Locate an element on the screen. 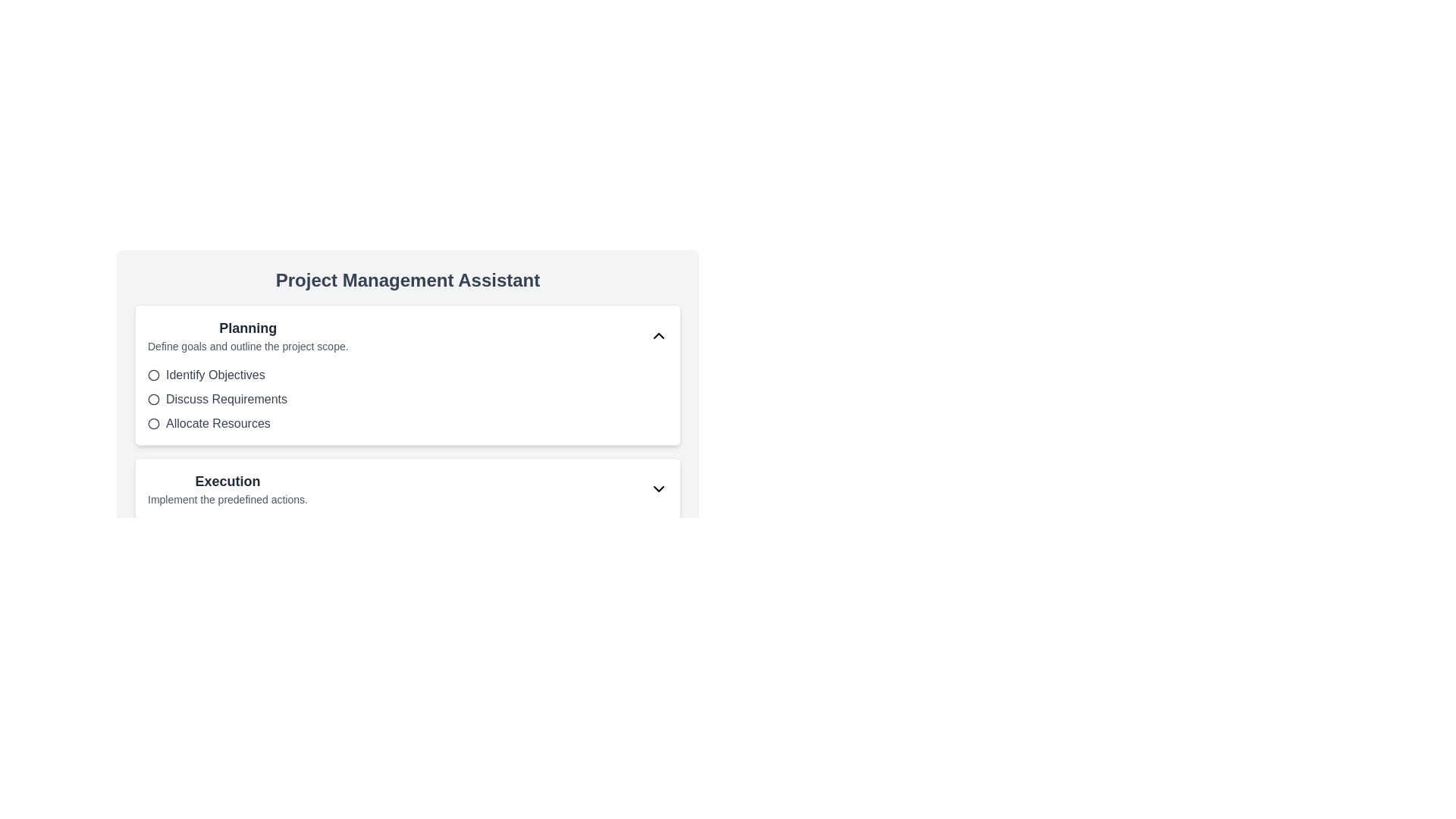 Image resolution: width=1456 pixels, height=819 pixels. the small circular icon with a thin black outline, located beside the text 'Discuss Requirements' is located at coordinates (153, 399).